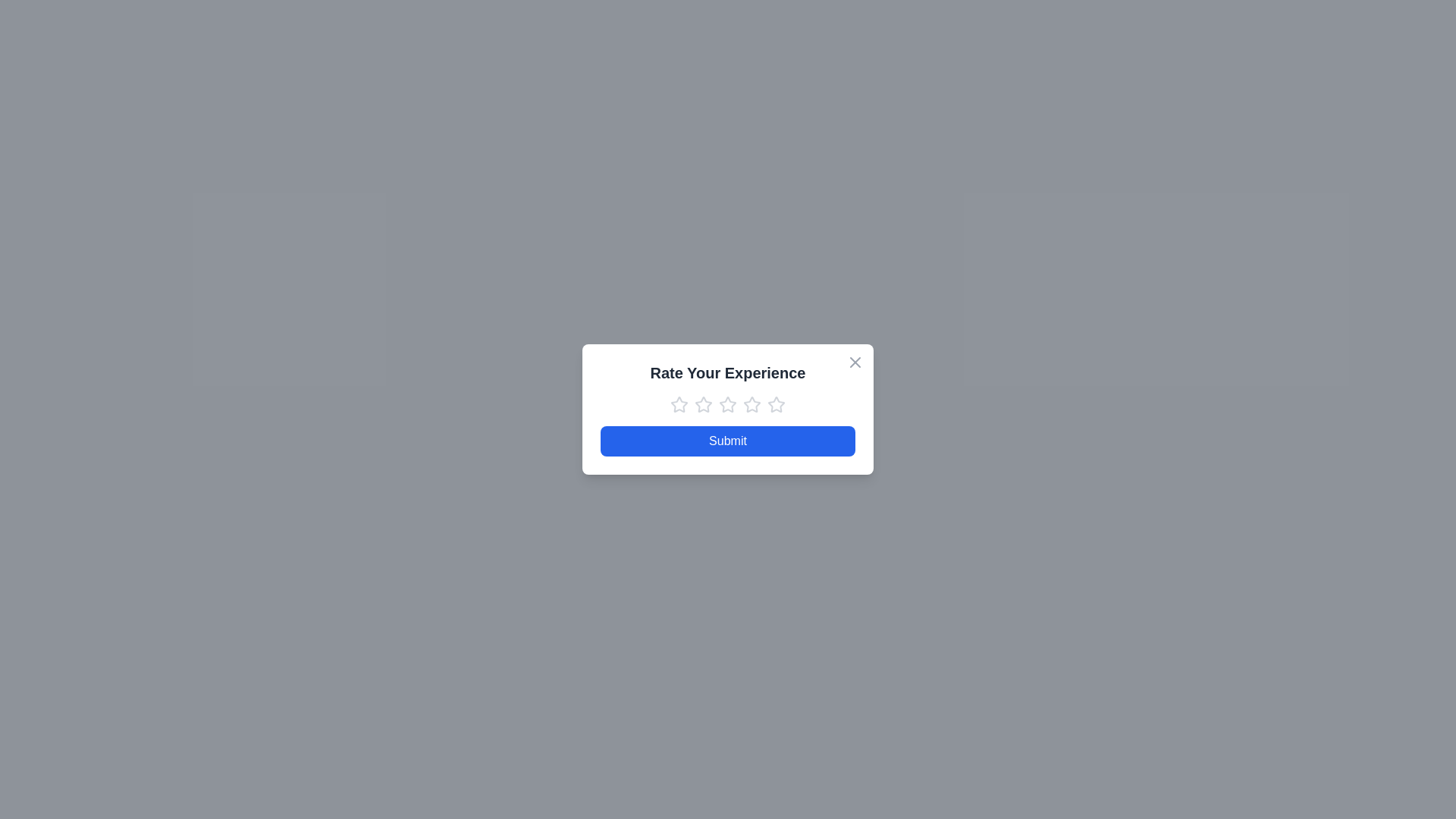 Image resolution: width=1456 pixels, height=819 pixels. Describe the element at coordinates (702, 403) in the screenshot. I see `the star corresponding to 2 to rate the experience` at that location.